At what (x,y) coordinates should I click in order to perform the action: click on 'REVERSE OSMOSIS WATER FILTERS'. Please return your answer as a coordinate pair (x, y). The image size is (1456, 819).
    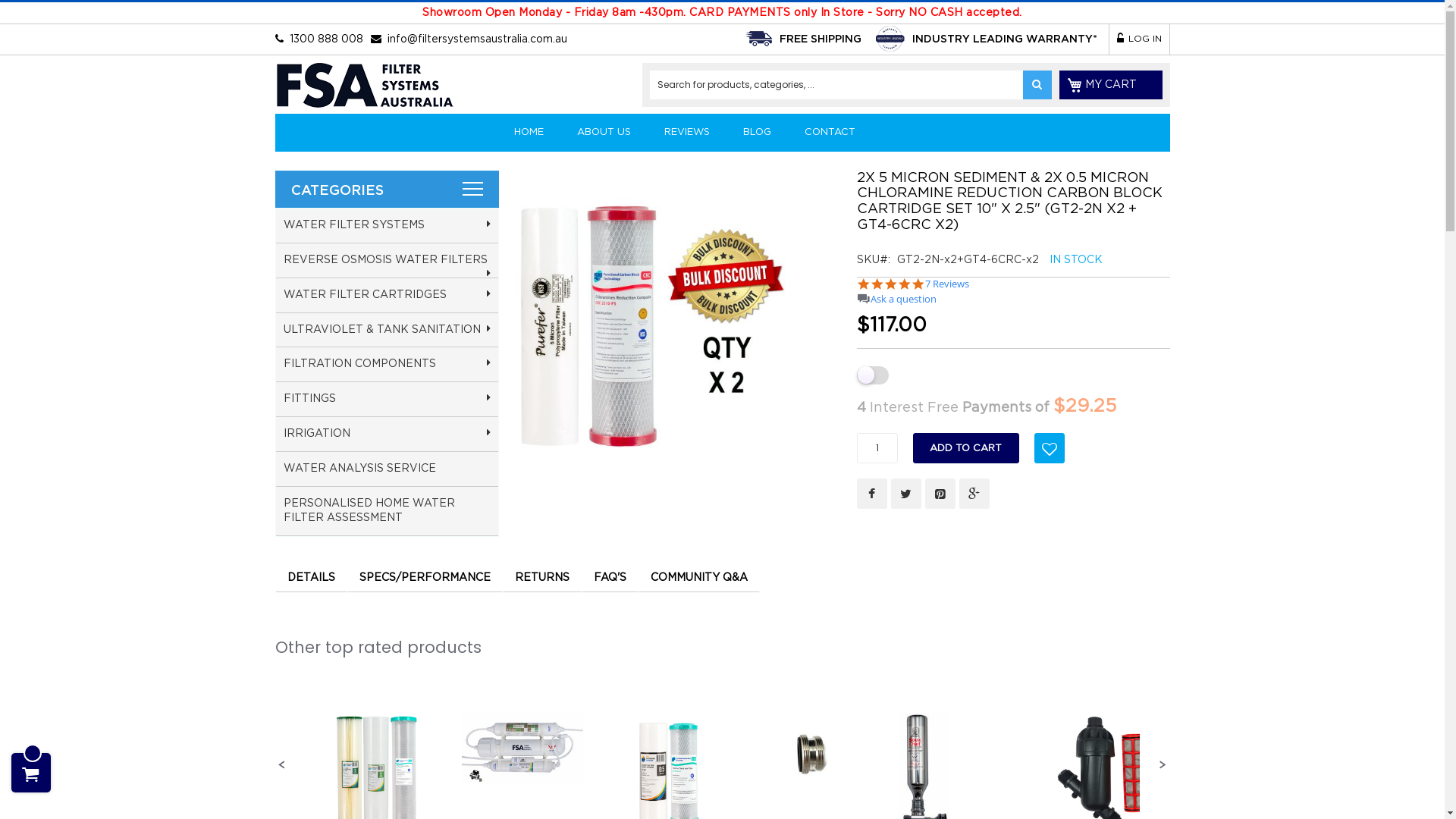
    Looking at the image, I should click on (387, 259).